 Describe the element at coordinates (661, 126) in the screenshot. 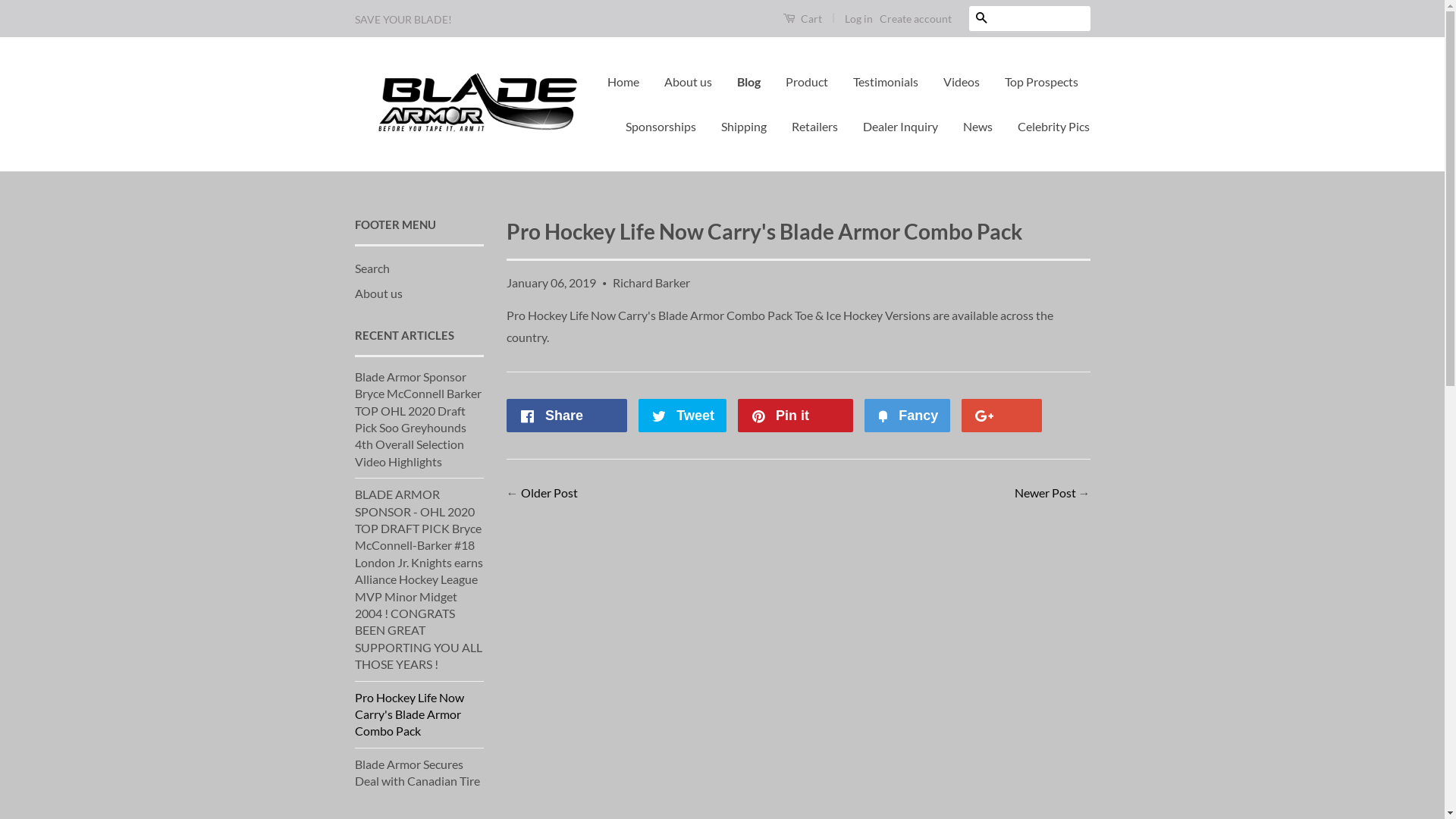

I see `'Sponsorships'` at that location.